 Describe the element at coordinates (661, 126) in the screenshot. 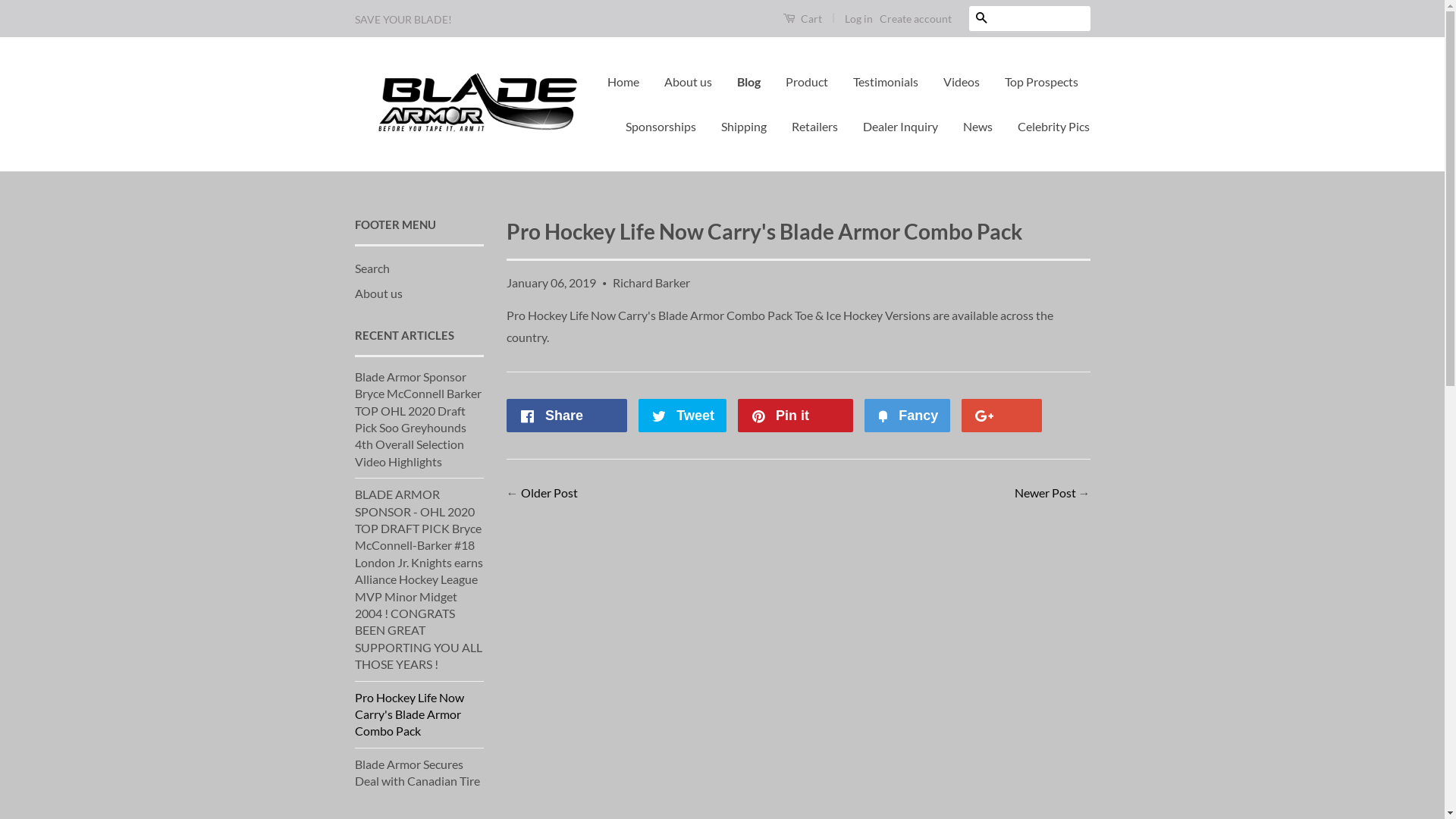

I see `'Sponsorships'` at that location.